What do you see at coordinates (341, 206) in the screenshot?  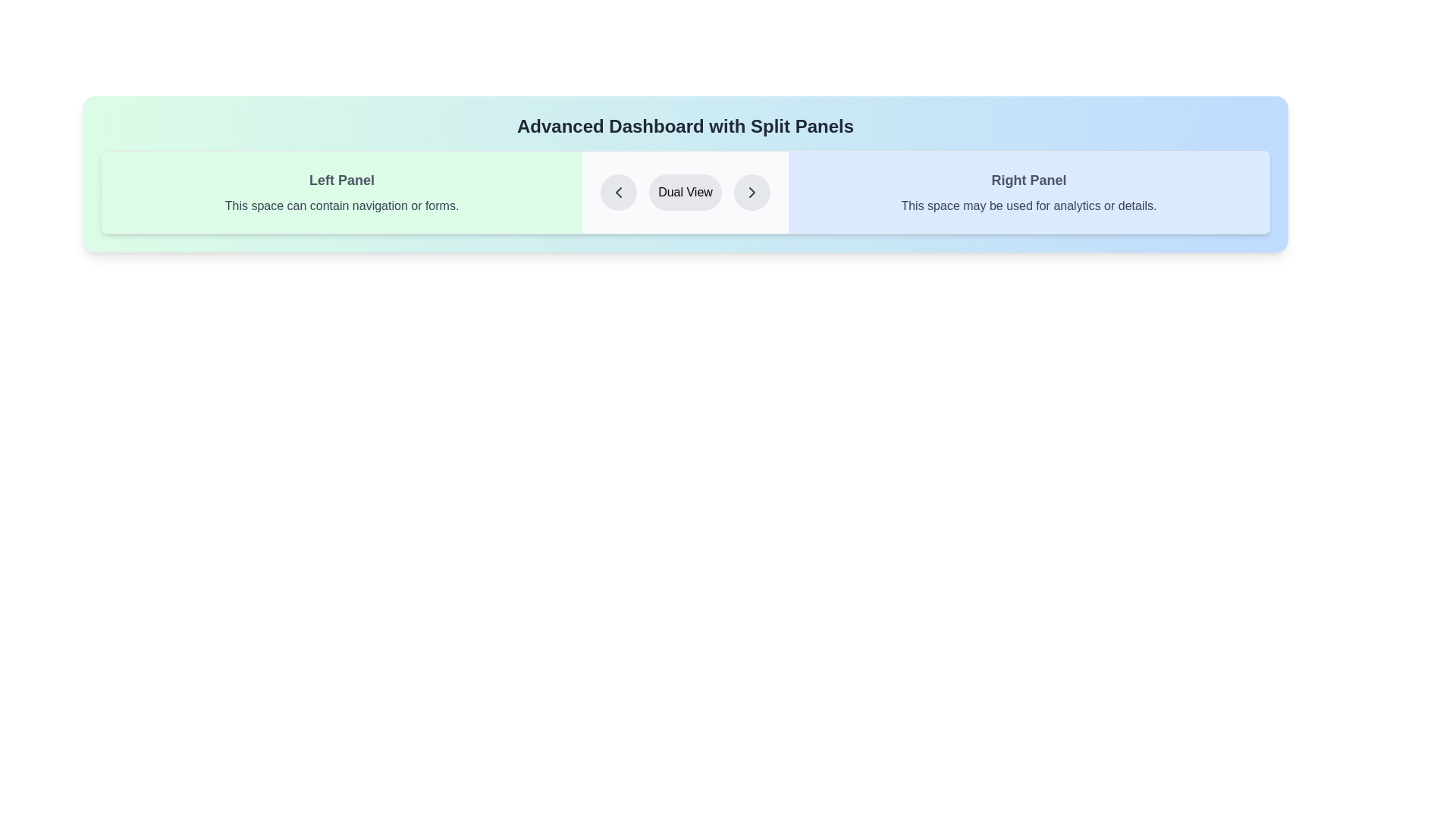 I see `the static text element displaying 'This space can contain navigation or forms.' located below the 'Left Panel' text in the green-shaded panel` at bounding box center [341, 206].